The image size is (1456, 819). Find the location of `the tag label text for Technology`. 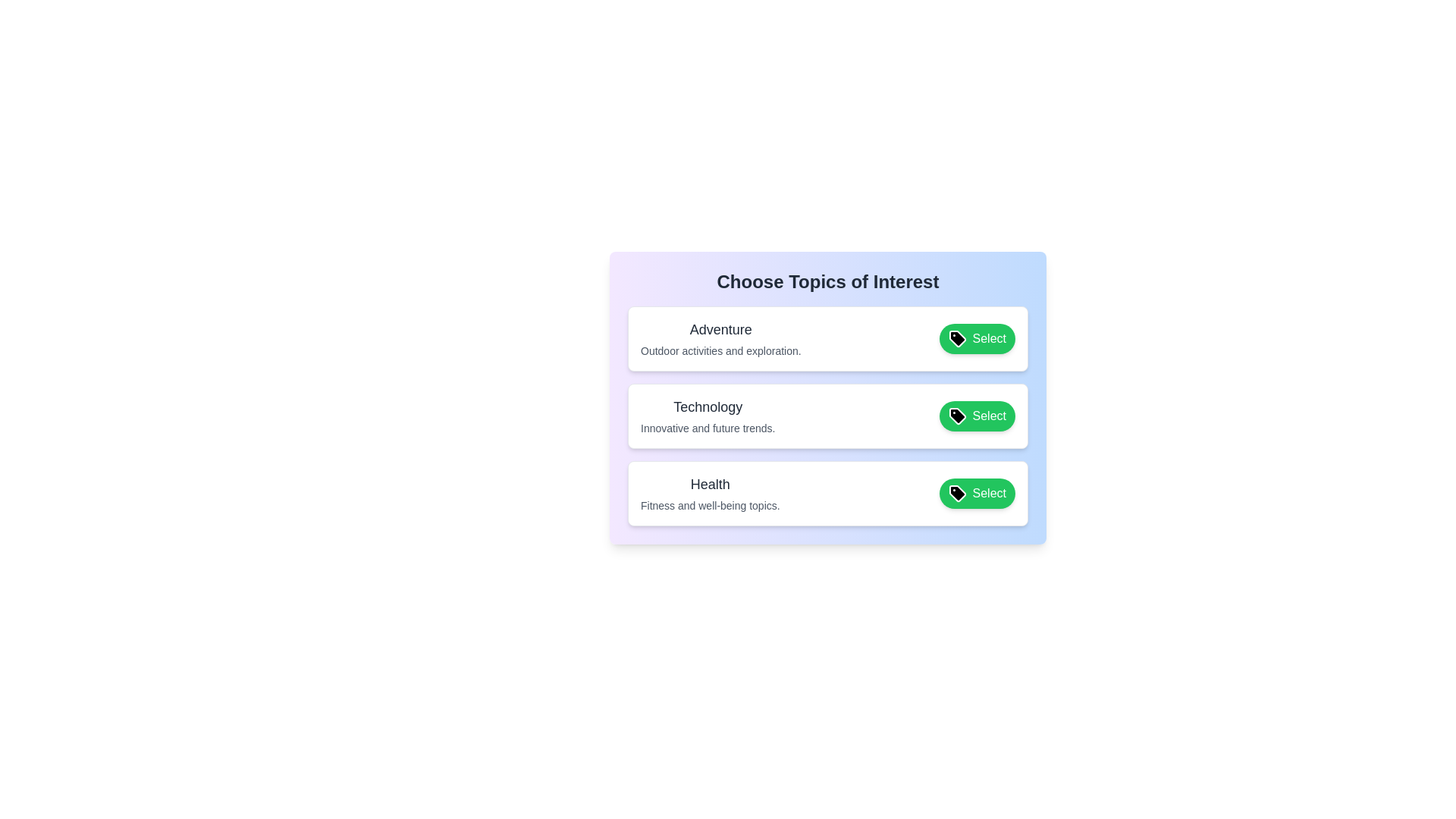

the tag label text for Technology is located at coordinates (707, 406).